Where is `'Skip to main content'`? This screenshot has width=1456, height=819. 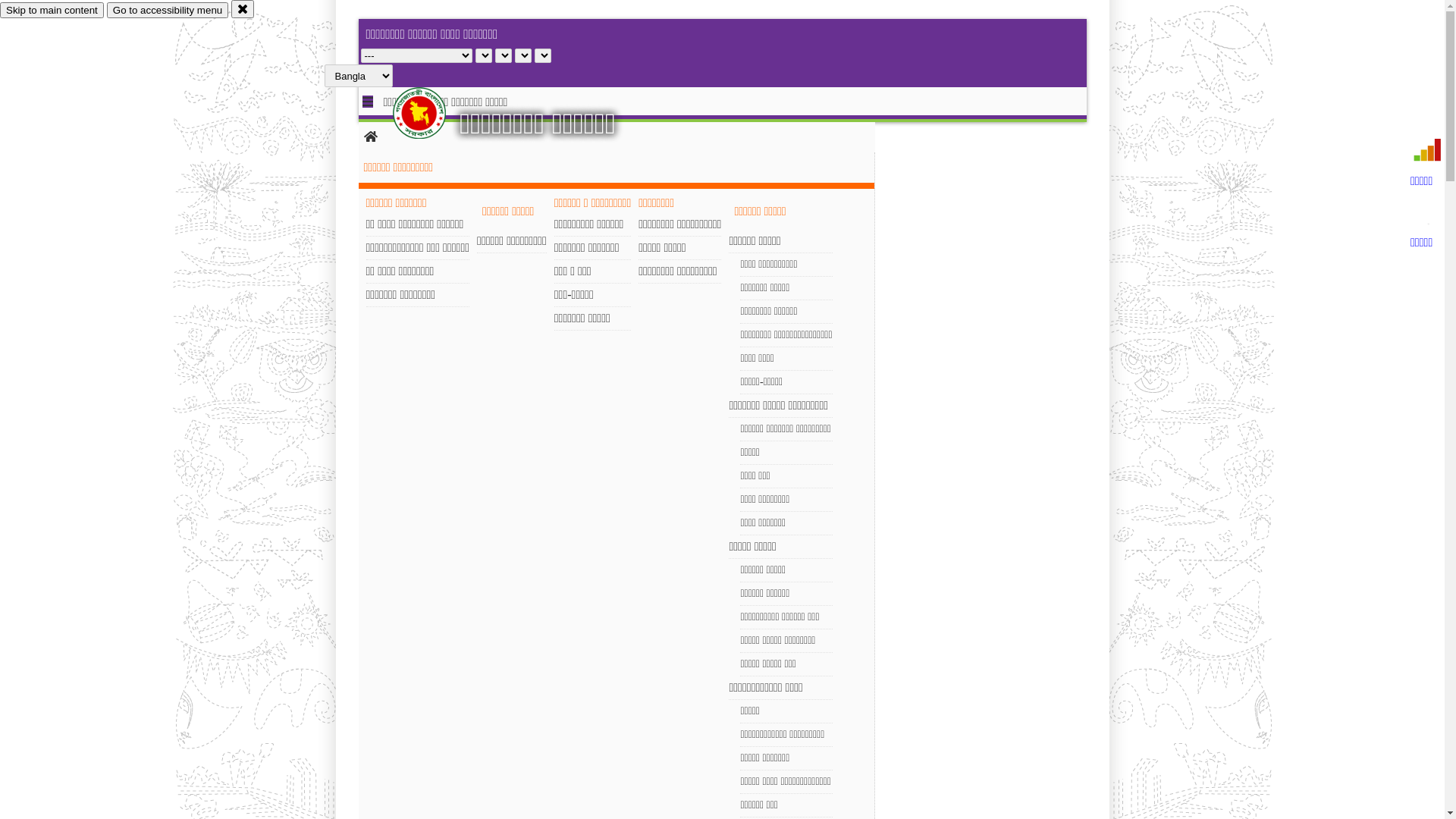 'Skip to main content' is located at coordinates (52, 10).